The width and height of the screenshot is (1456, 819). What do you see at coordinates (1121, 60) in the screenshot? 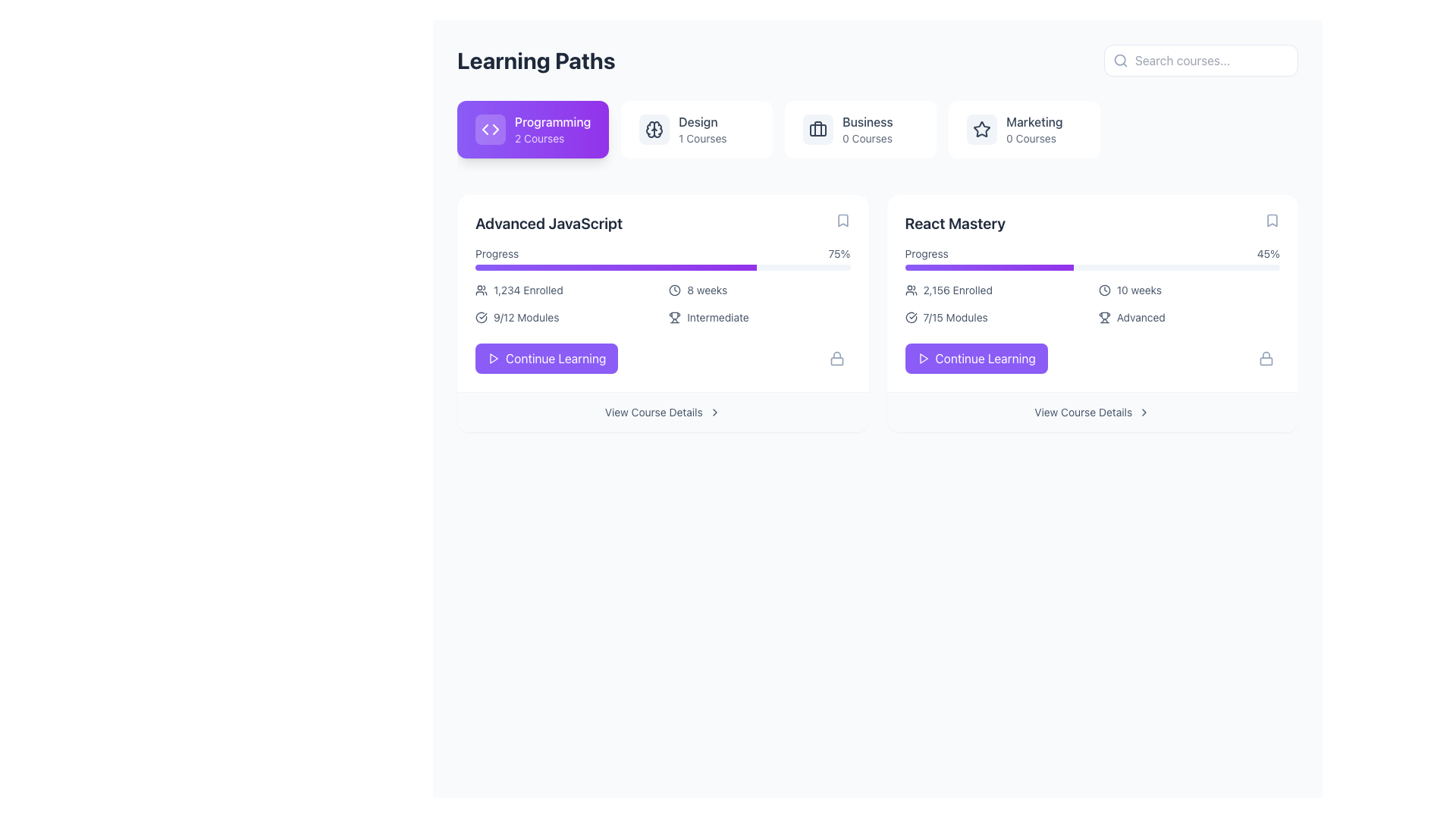
I see `the magnifying glass icon located on the left side of the search input field labeled 'Search courses...'` at bounding box center [1121, 60].